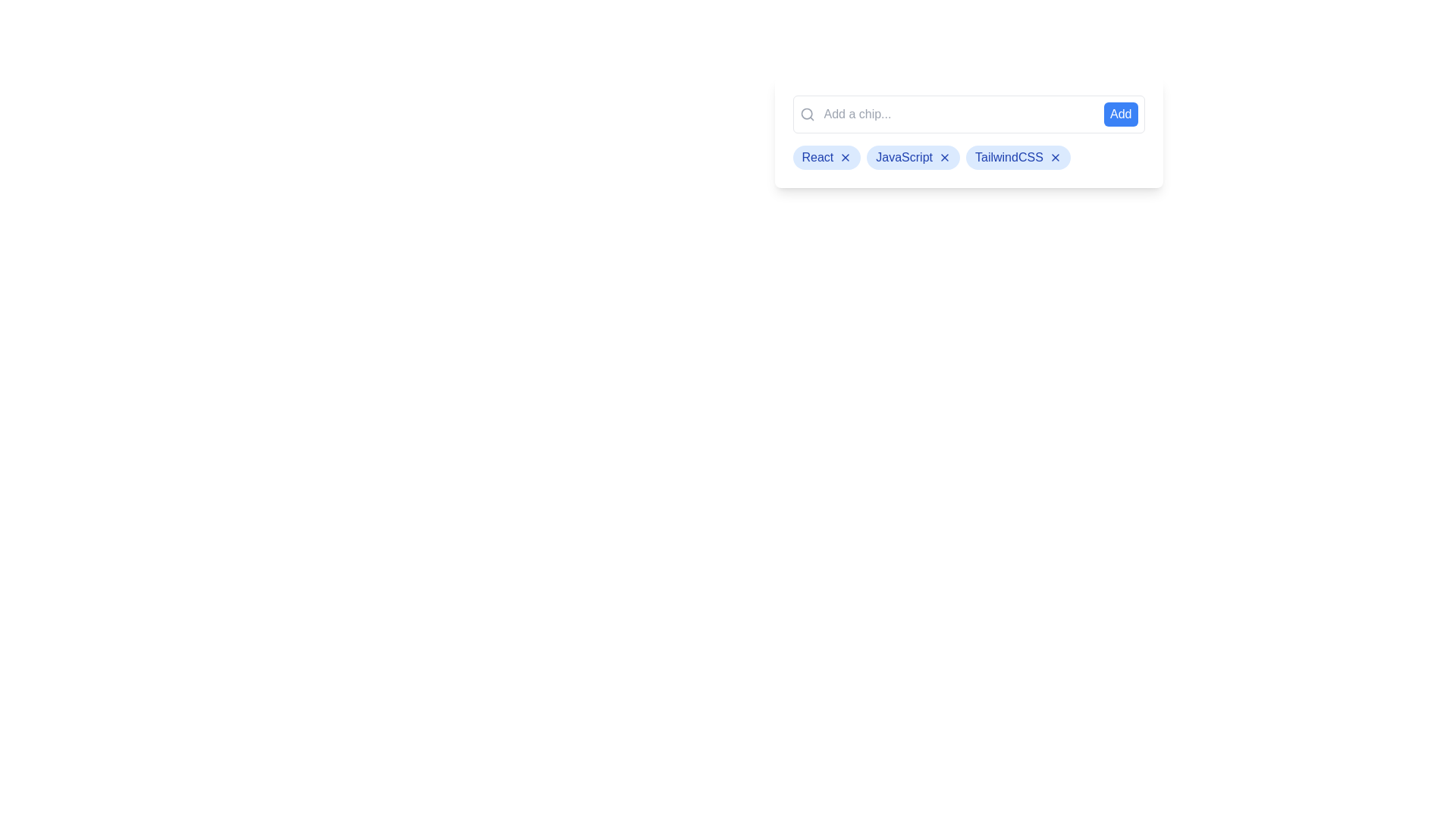  I want to click on the chip labeled TailwindCSS, so click(1018, 158).